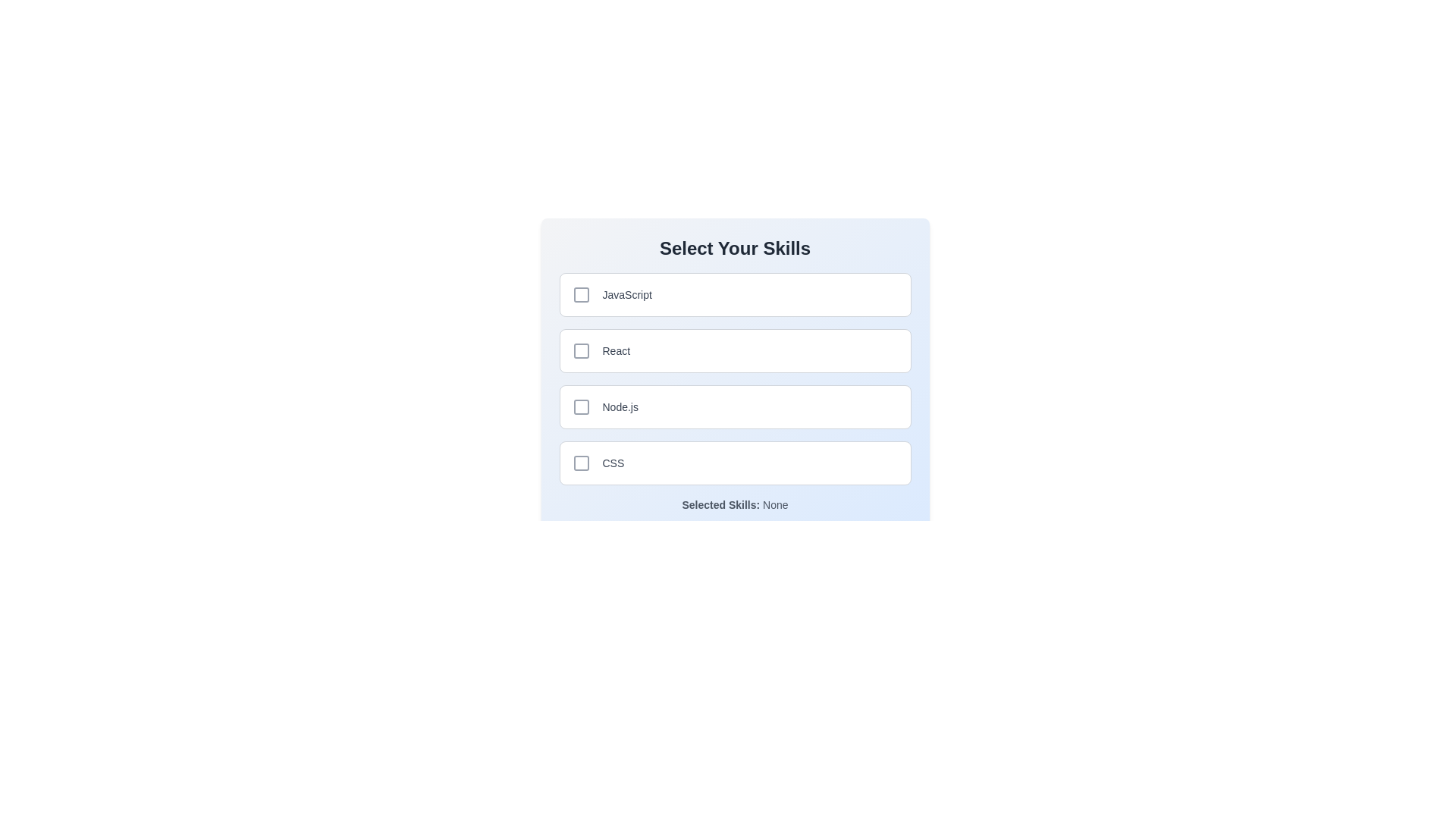  Describe the element at coordinates (627, 295) in the screenshot. I see `the 'JavaScript' skill label which is located to the right of the checkbox in the 'Select Your Skills' section` at that location.